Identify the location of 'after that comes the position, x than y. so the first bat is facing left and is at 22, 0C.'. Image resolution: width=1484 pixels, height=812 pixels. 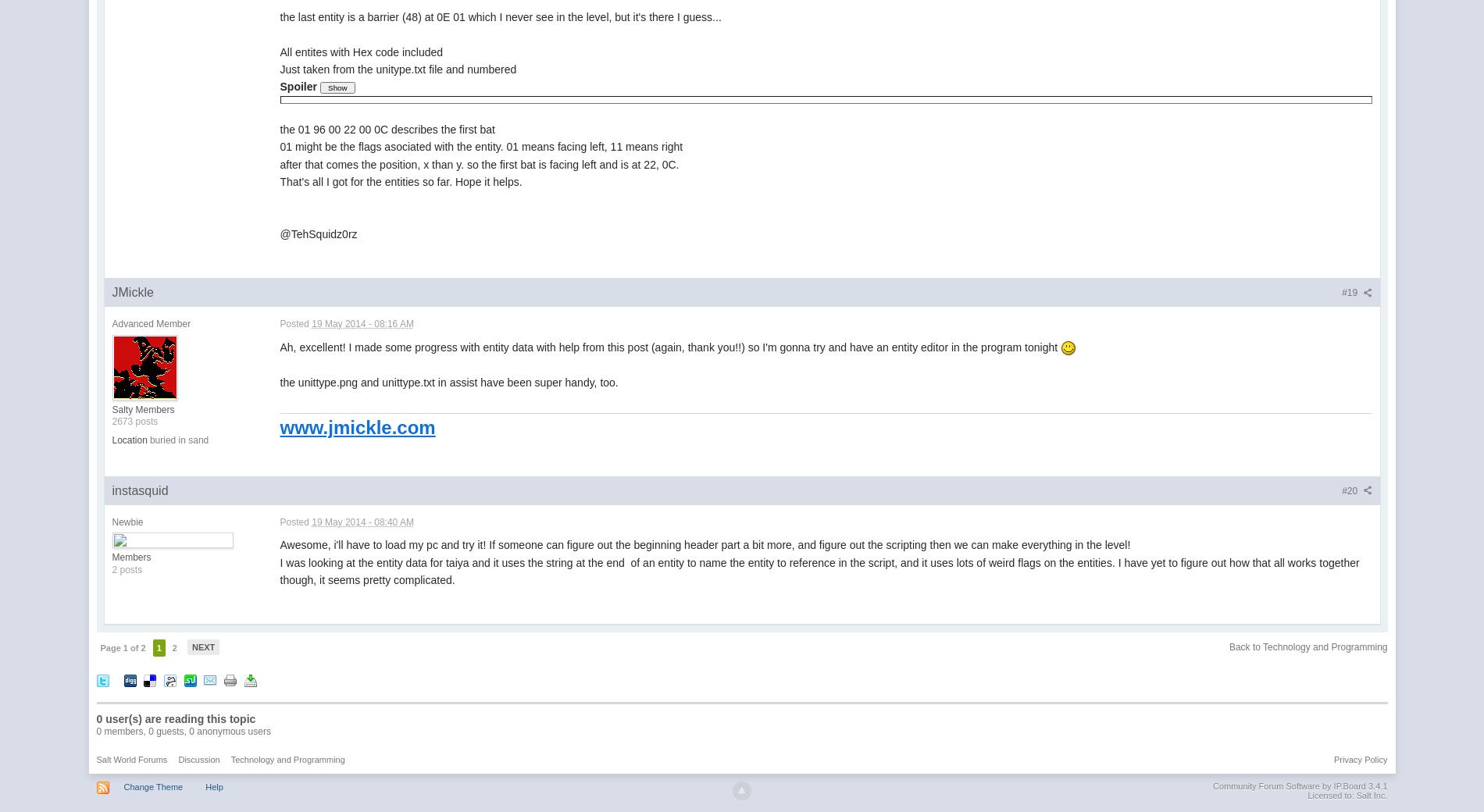
(479, 163).